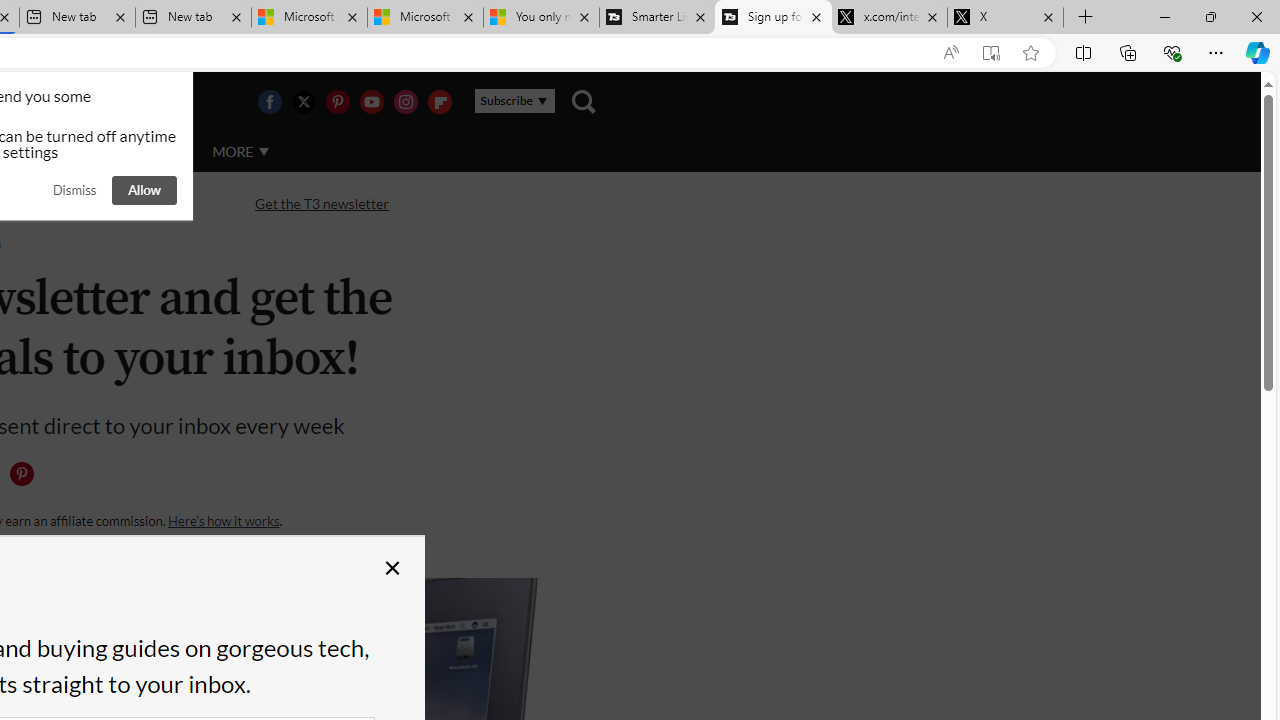 The width and height of the screenshot is (1280, 720). I want to click on 'Subscribe', so click(514, 101).